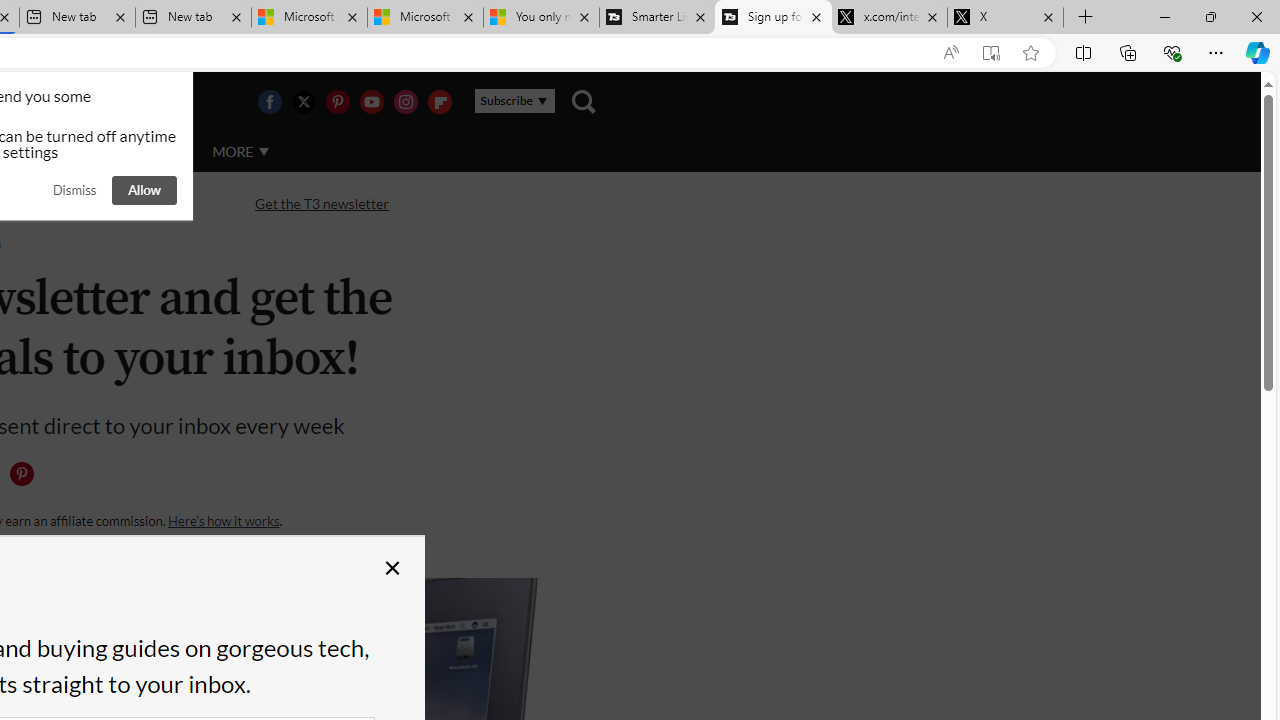 The width and height of the screenshot is (1280, 720). I want to click on 'Subscribe', so click(514, 101).